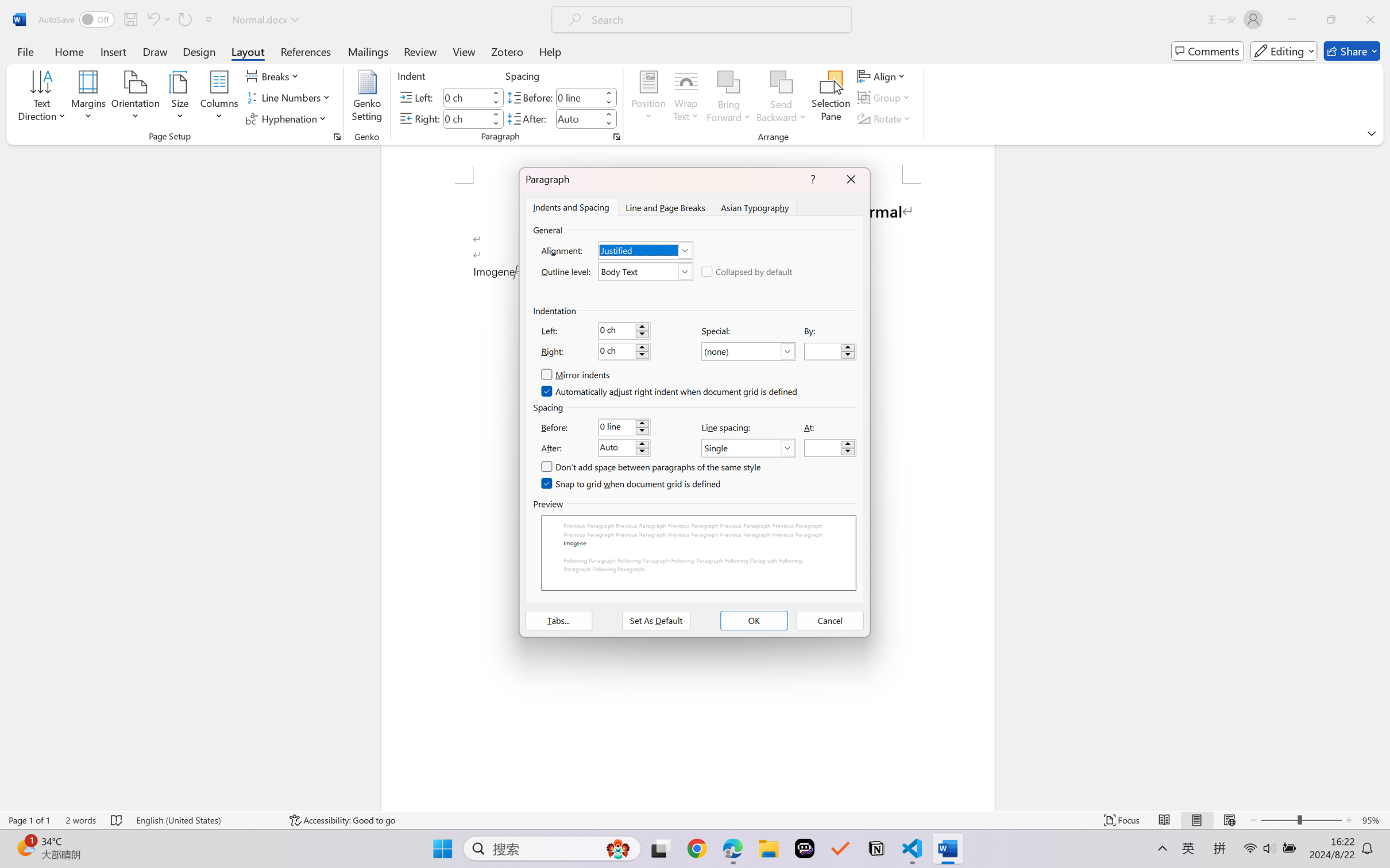 This screenshot has height=868, width=1390. Describe the element at coordinates (748, 448) in the screenshot. I see `'Line spacing:'` at that location.